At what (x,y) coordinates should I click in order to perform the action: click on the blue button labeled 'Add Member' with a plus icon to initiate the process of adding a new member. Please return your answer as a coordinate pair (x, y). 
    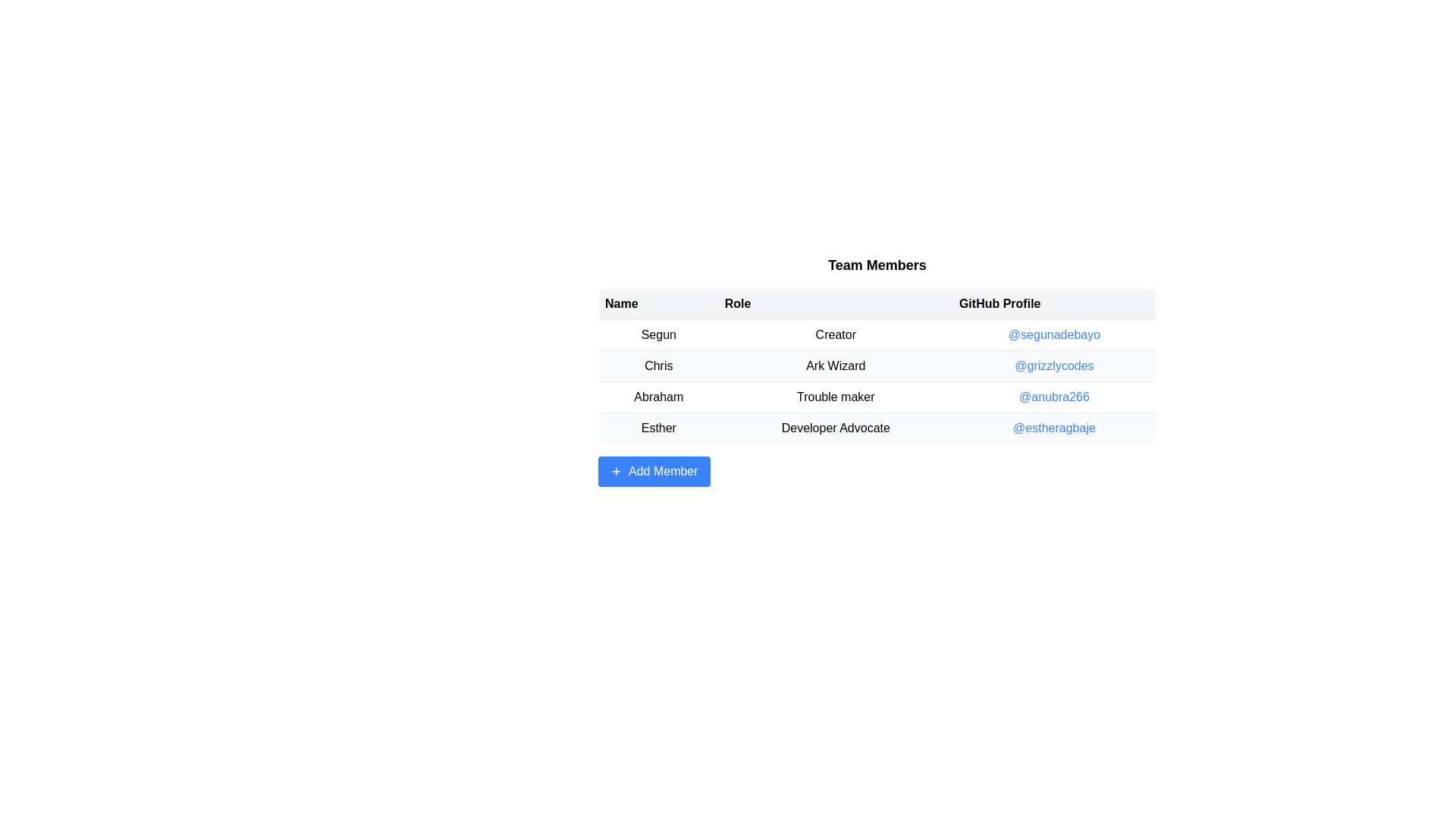
    Looking at the image, I should click on (654, 470).